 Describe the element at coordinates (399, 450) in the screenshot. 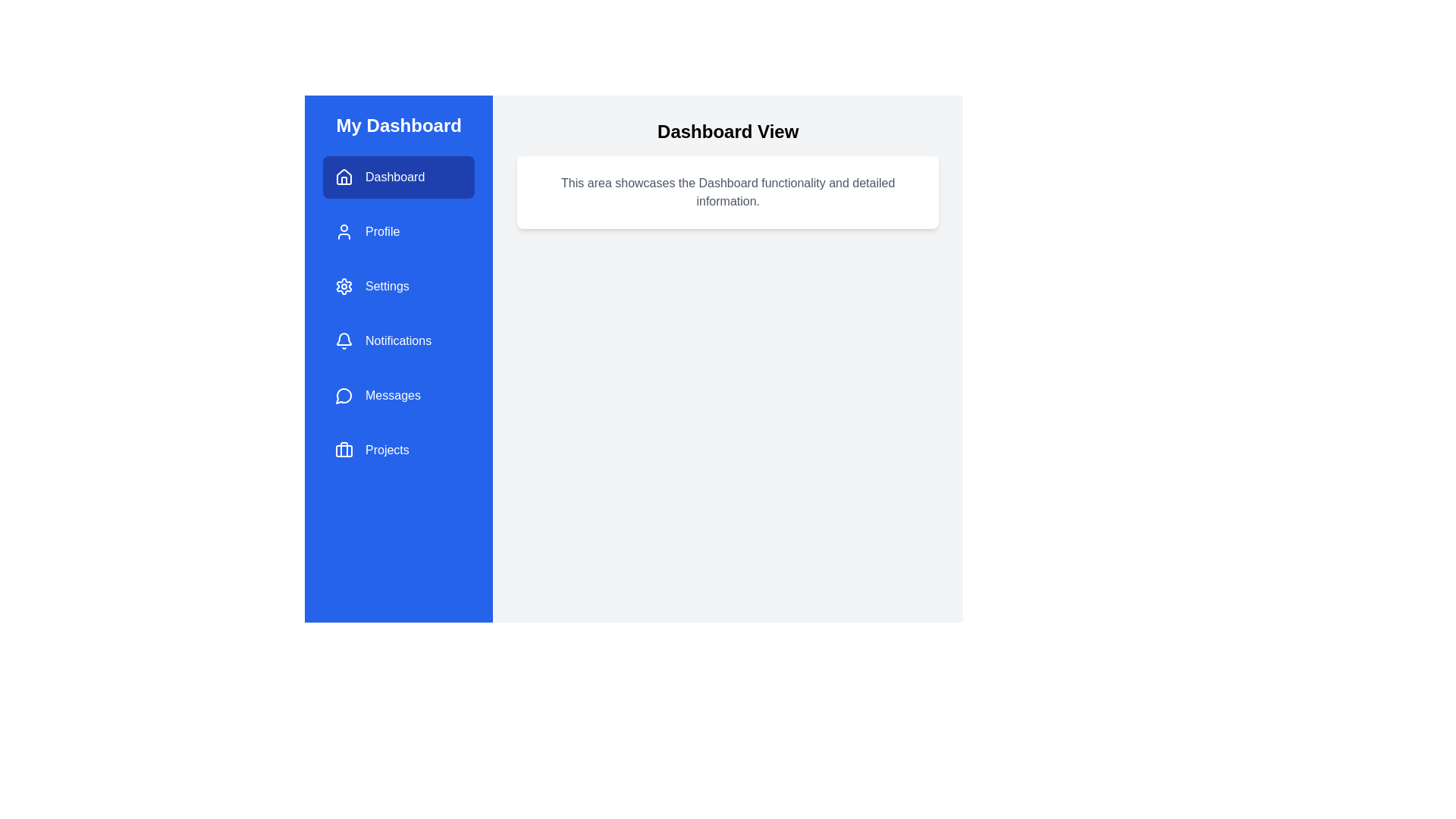

I see `the menu item Projects` at that location.